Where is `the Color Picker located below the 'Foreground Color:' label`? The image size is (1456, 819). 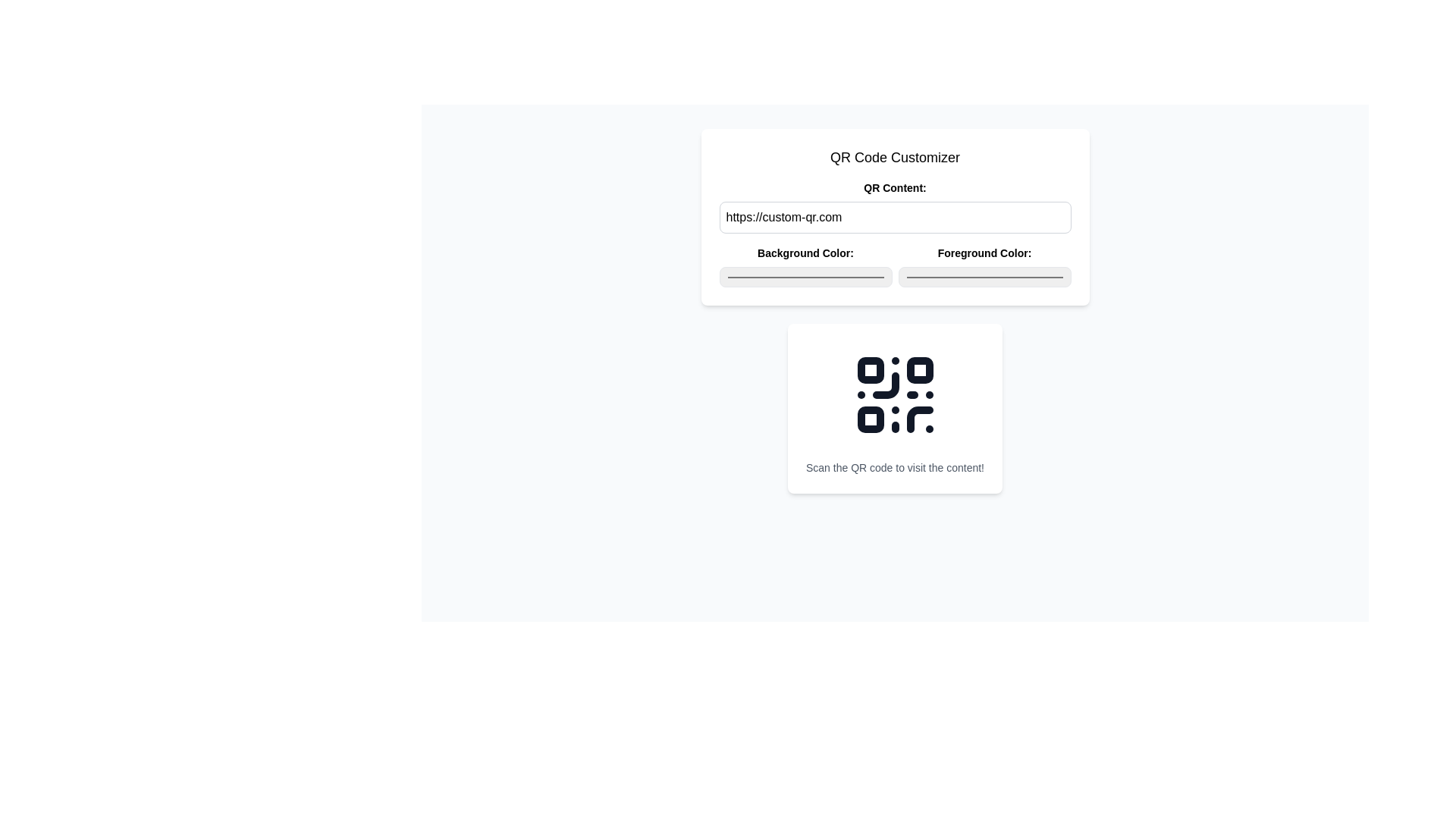
the Color Picker located below the 'Foreground Color:' label is located at coordinates (984, 277).